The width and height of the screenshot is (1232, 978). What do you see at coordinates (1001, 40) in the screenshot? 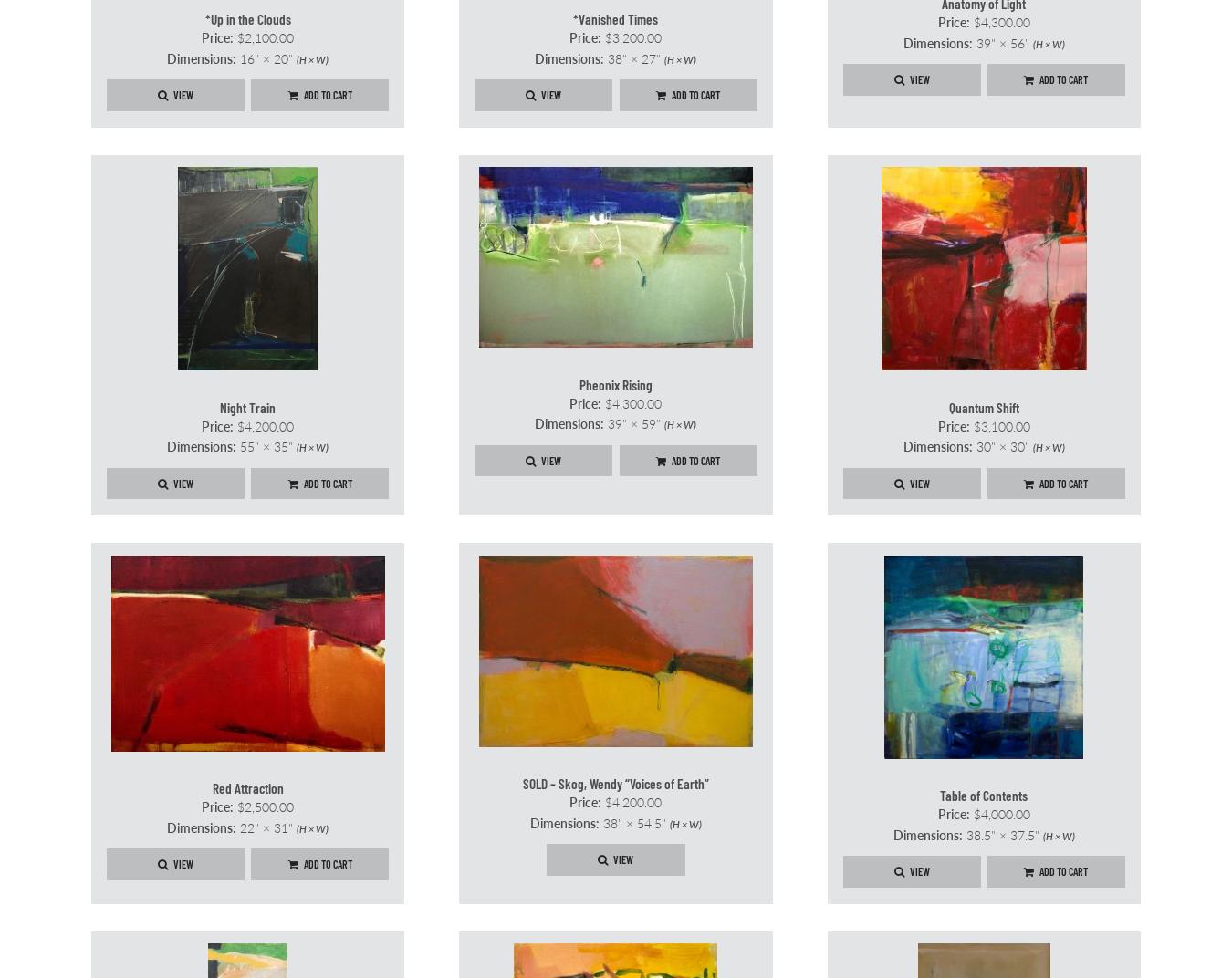
I see `'39" × 56"'` at bounding box center [1001, 40].